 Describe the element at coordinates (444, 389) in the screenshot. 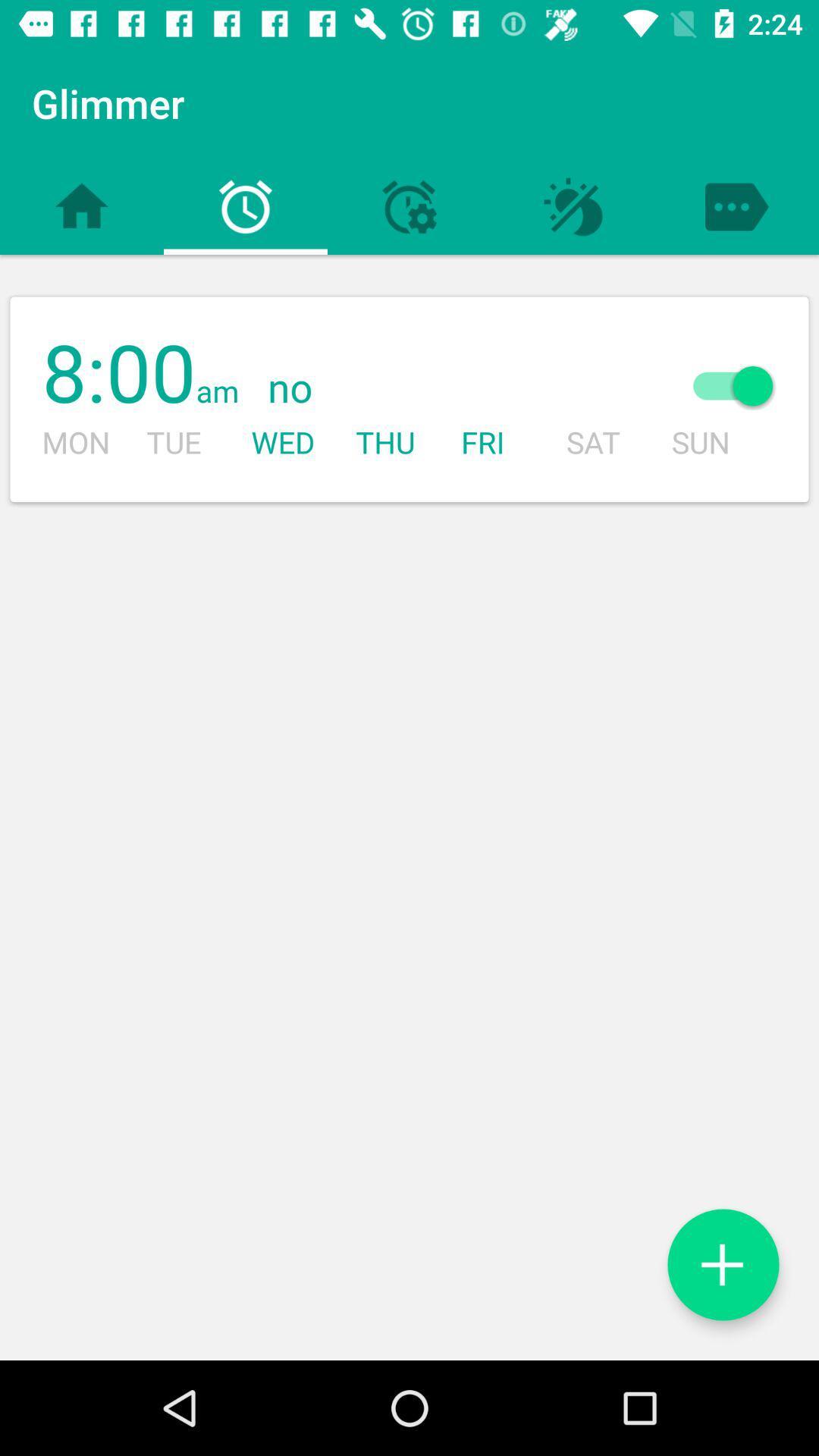

I see `the icon to the right of the am icon` at that location.